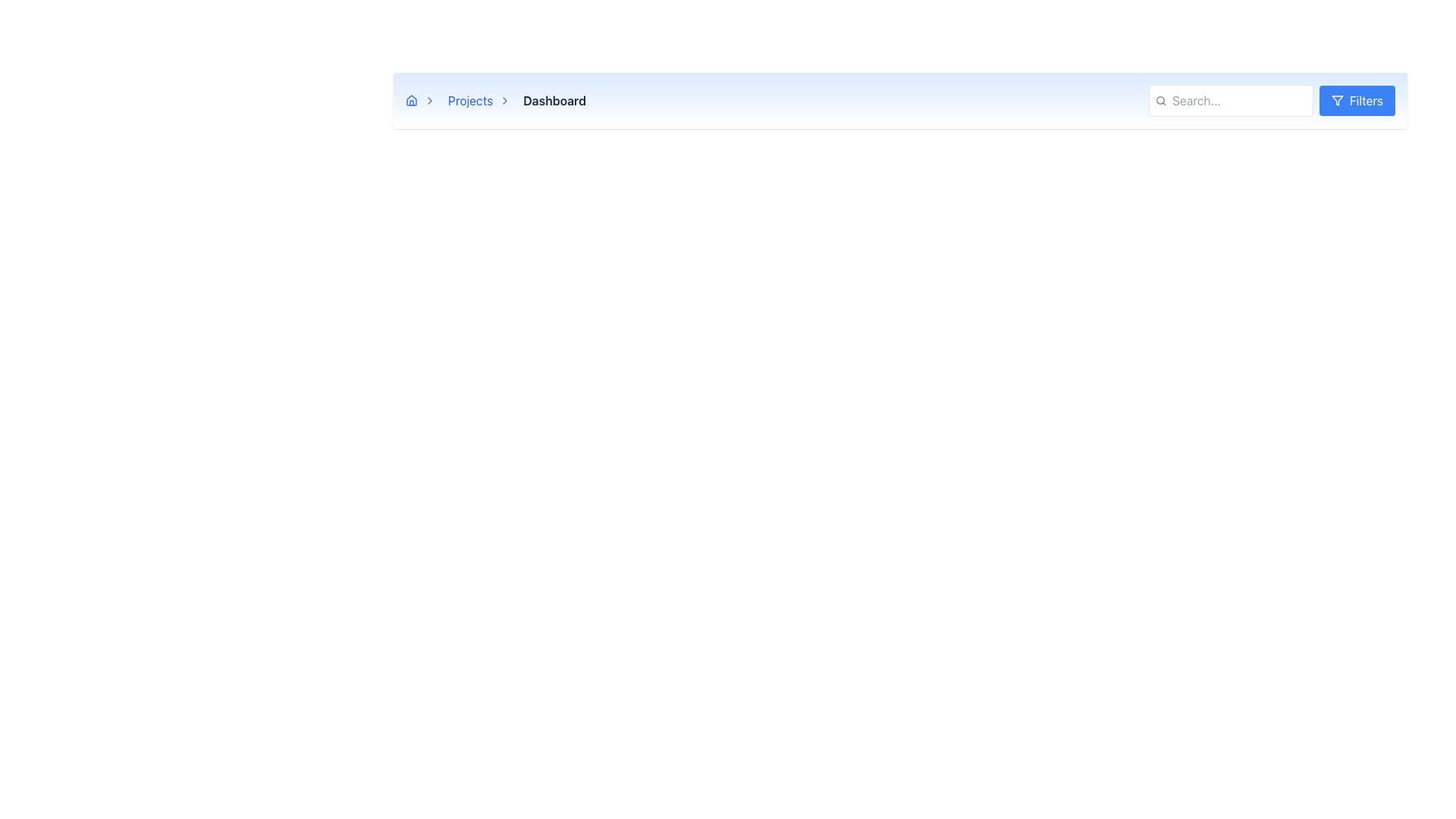 The height and width of the screenshot is (819, 1456). I want to click on the 'Filters' button located in the top-right corner of the interface header, which contains the filter icon on the left side, so click(1337, 100).